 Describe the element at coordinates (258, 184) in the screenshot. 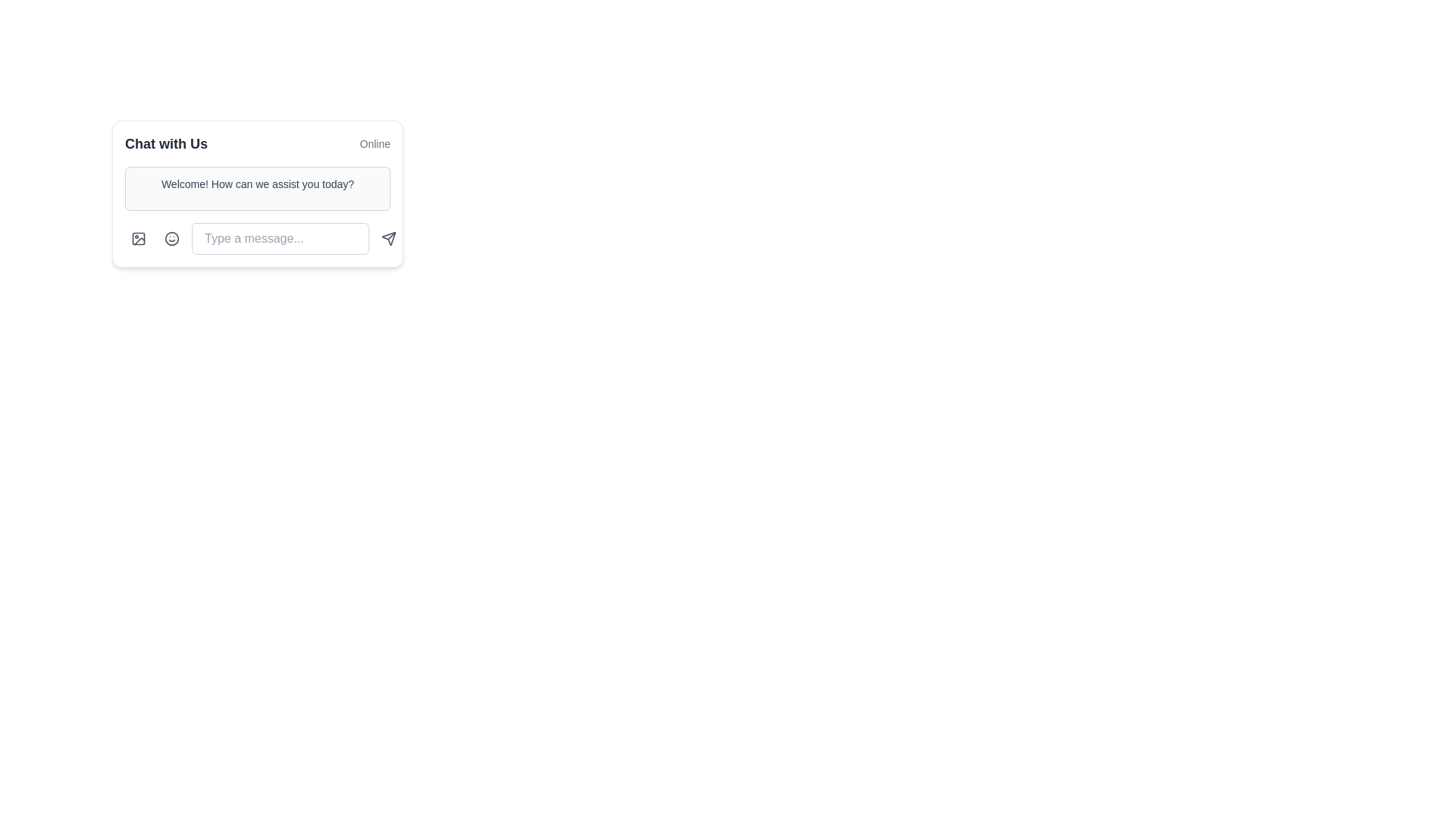

I see `the static text message that serves as a welcoming prompt in the upper-middle section of the chat interface, positioned below the 'Chat with Us' header and above the interactive message input` at that location.